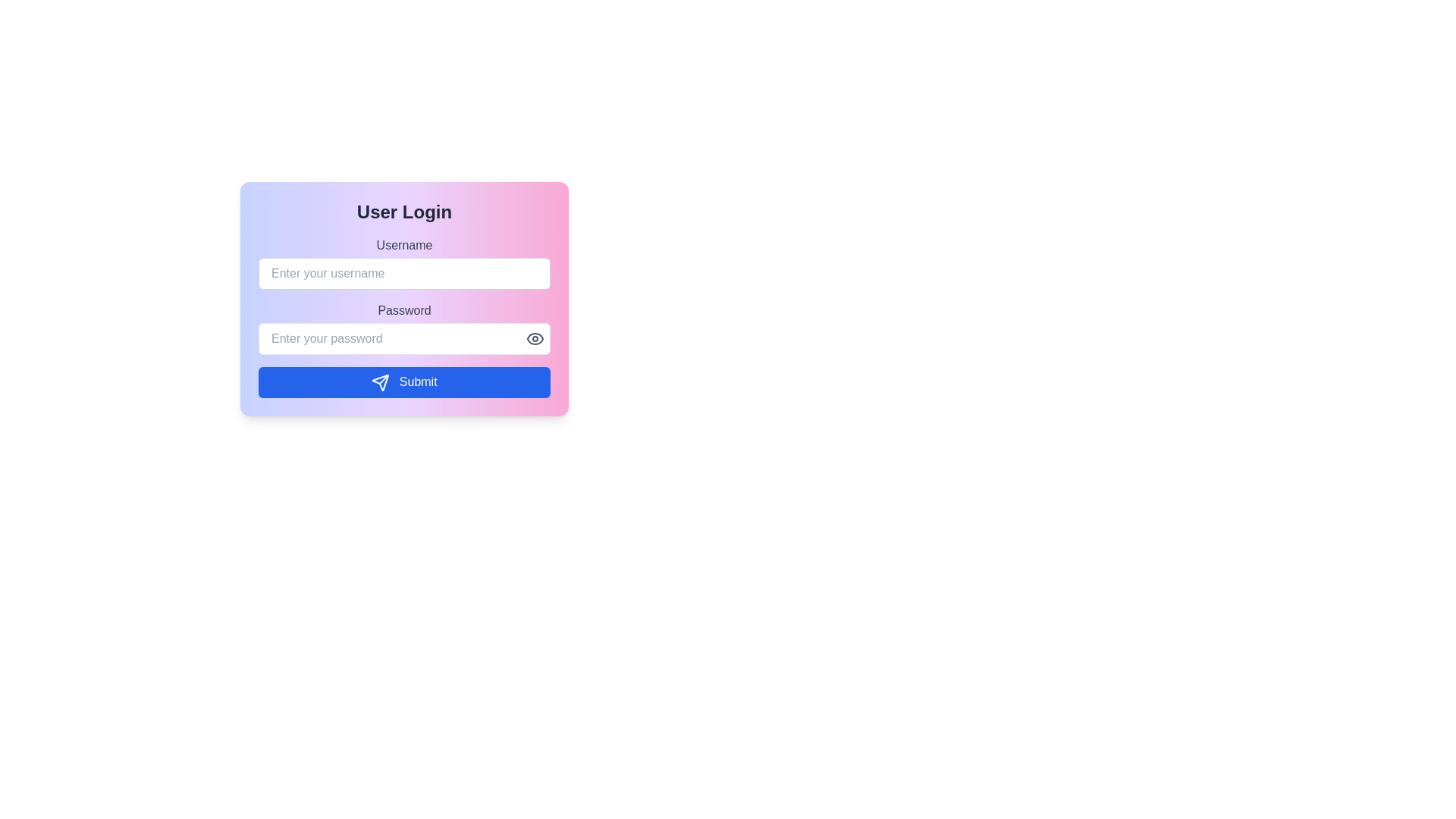 Image resolution: width=1456 pixels, height=819 pixels. I want to click on the eye-shaped icon located to the right of the Password field in the user login interface for potential visual feedback, so click(535, 338).